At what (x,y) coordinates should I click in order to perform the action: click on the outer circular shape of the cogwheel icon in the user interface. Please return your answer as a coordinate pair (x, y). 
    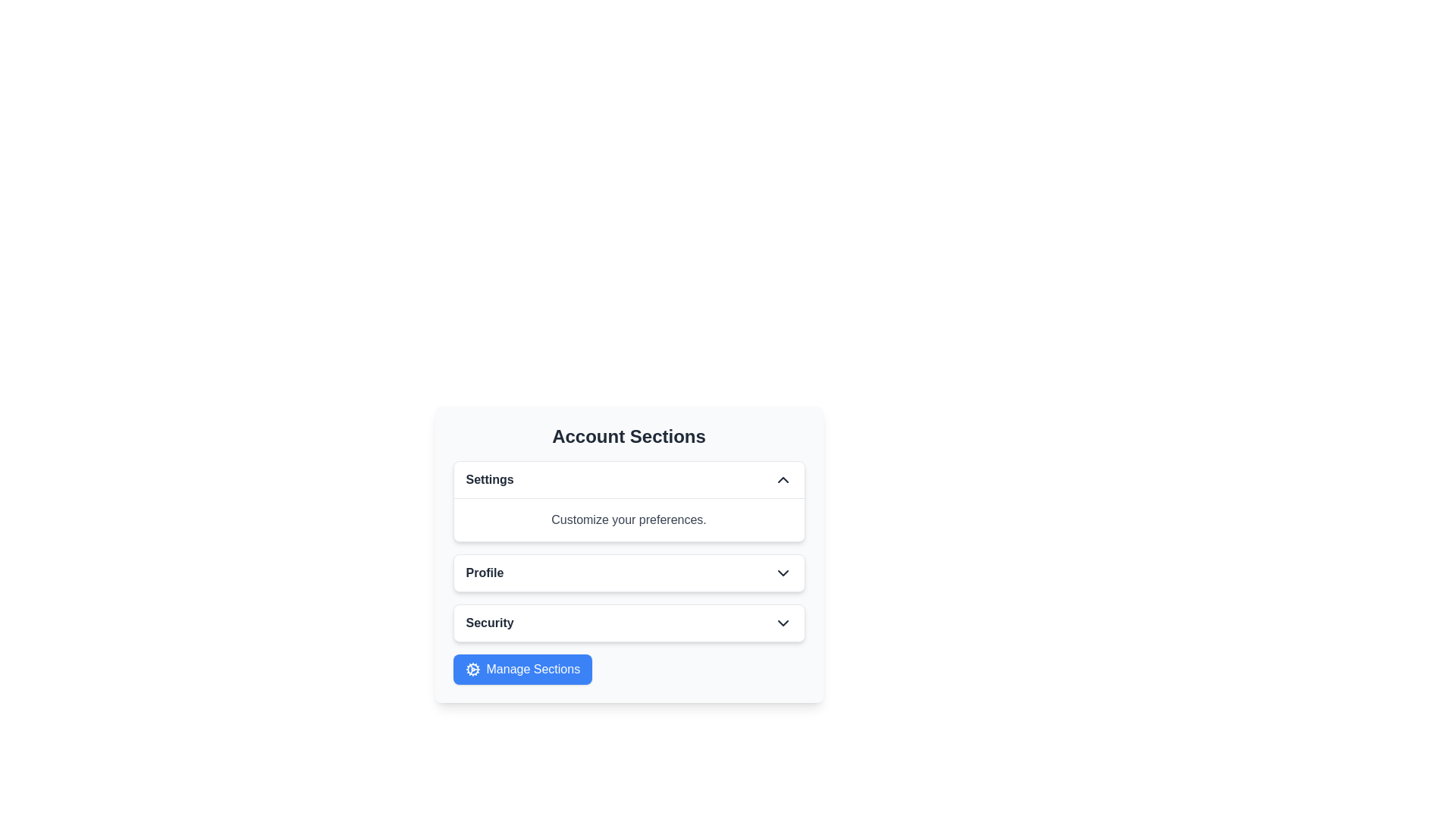
    Looking at the image, I should click on (472, 669).